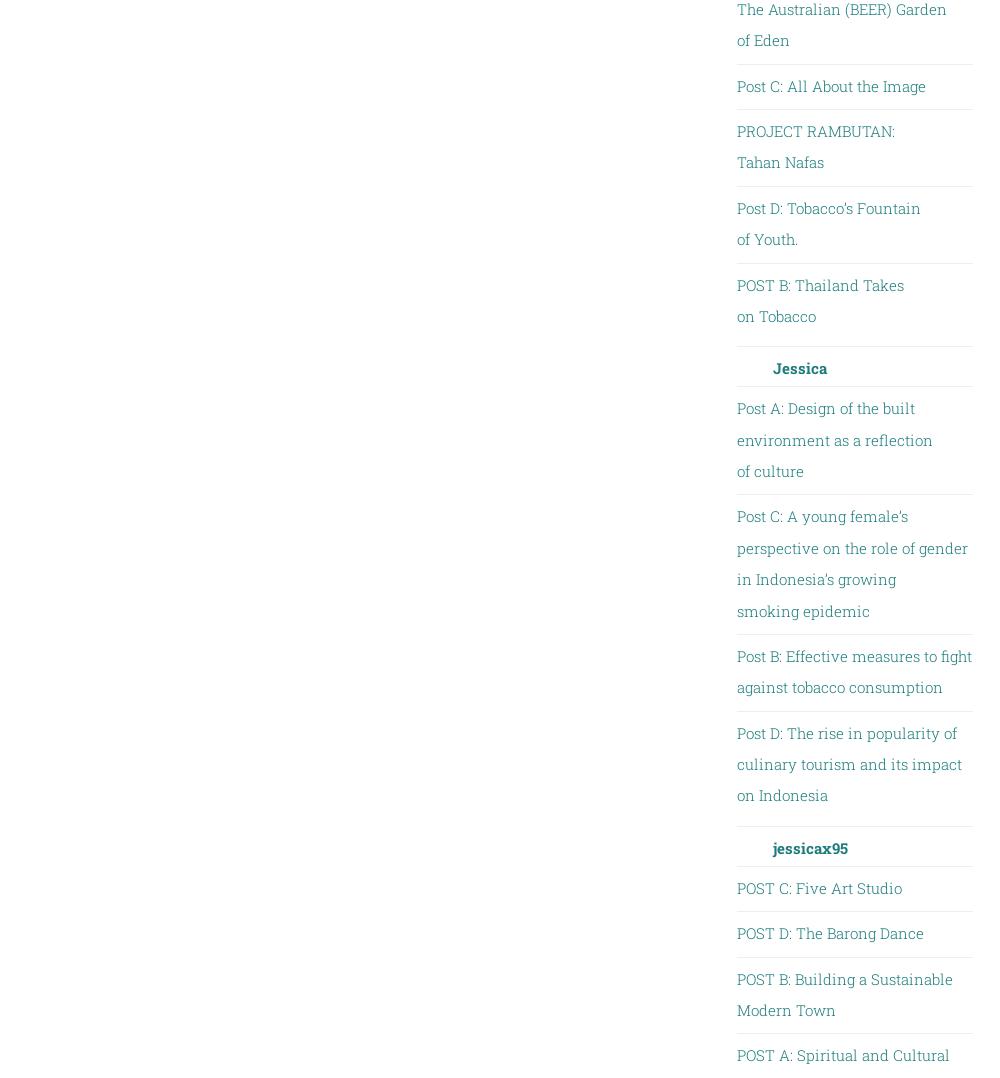 Image resolution: width=1000 pixels, height=1078 pixels. Describe the element at coordinates (829, 83) in the screenshot. I see `'Post C: All About the Image'` at that location.